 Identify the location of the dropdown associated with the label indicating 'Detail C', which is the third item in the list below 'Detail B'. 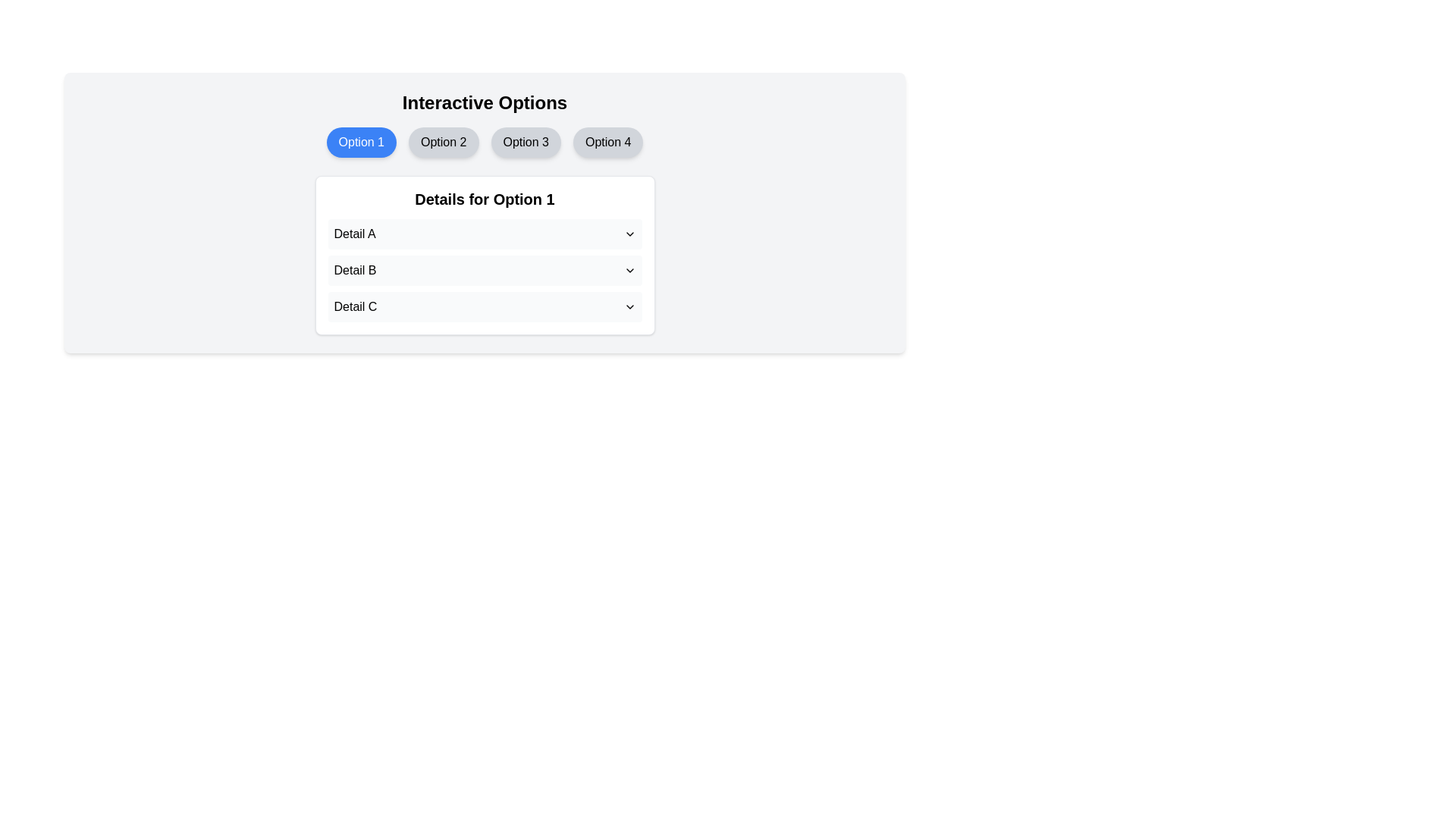
(353, 307).